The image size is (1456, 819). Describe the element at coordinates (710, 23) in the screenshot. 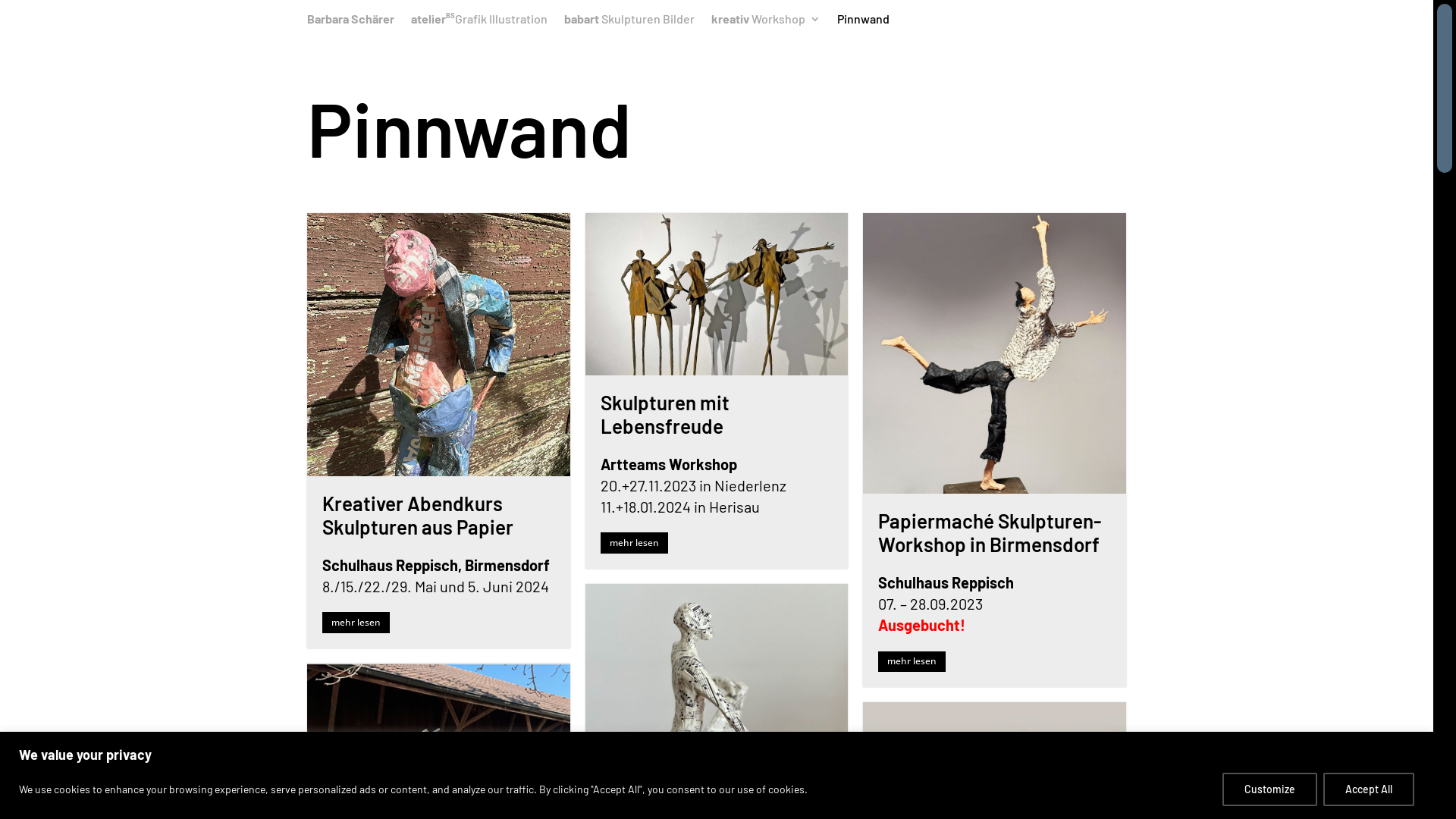

I see `'kreativ Workshop'` at that location.